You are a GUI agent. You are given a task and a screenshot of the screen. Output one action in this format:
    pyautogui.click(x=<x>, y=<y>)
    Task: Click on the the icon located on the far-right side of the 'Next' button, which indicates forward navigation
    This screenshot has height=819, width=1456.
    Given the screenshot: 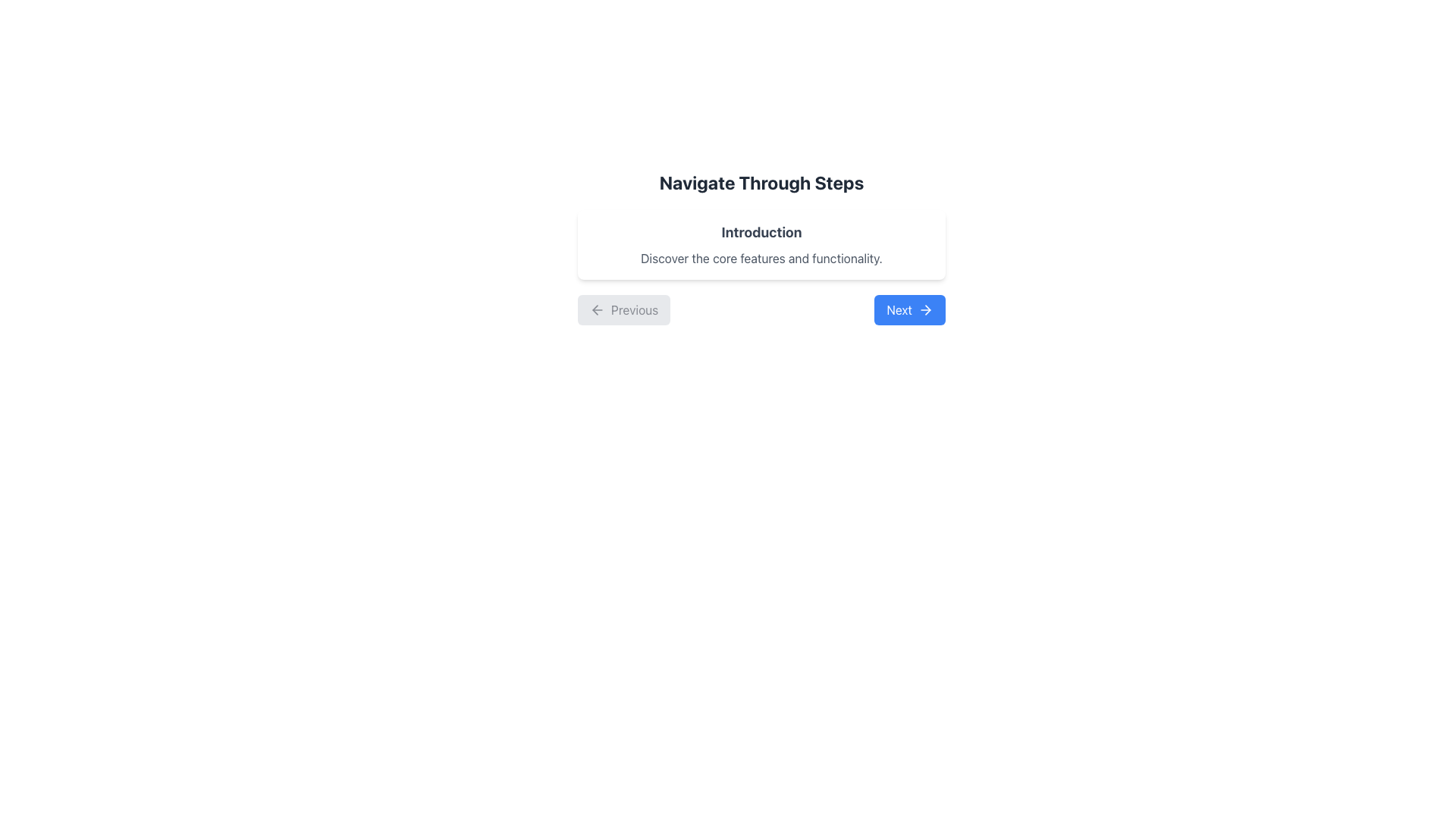 What is the action you would take?
    pyautogui.click(x=927, y=309)
    